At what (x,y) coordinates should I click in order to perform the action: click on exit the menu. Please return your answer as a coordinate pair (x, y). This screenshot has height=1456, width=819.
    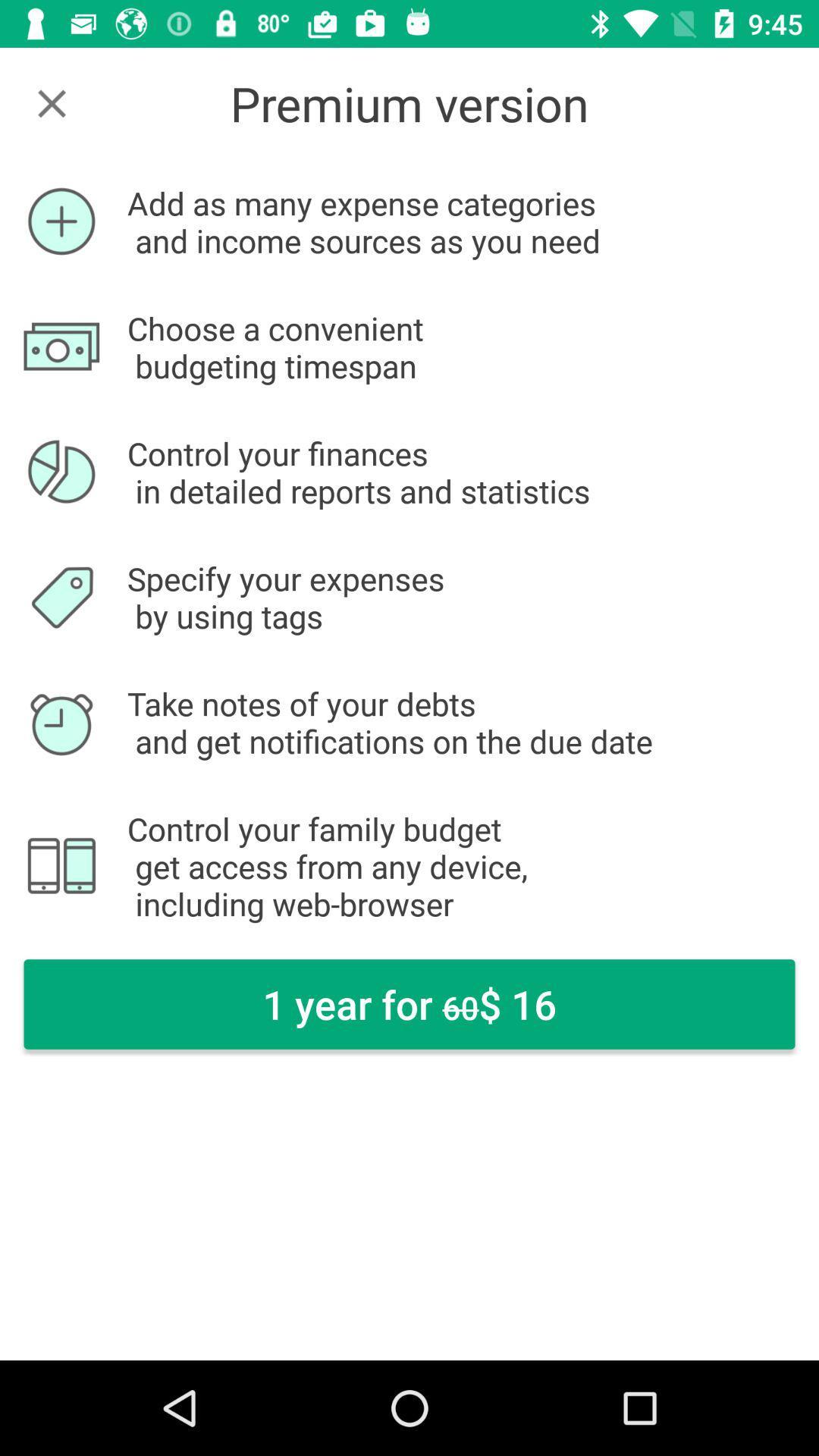
    Looking at the image, I should click on (51, 102).